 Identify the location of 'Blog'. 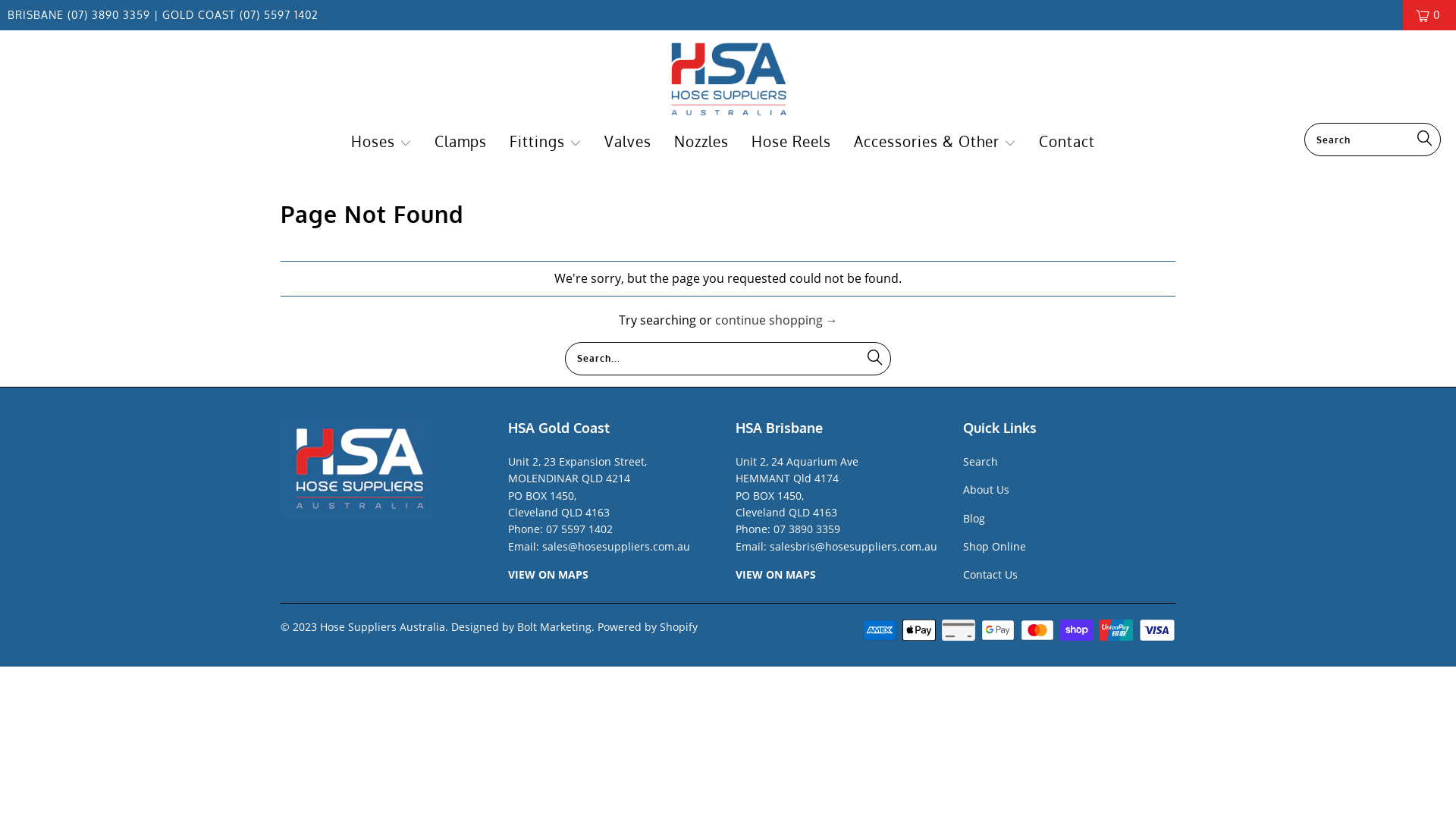
(974, 517).